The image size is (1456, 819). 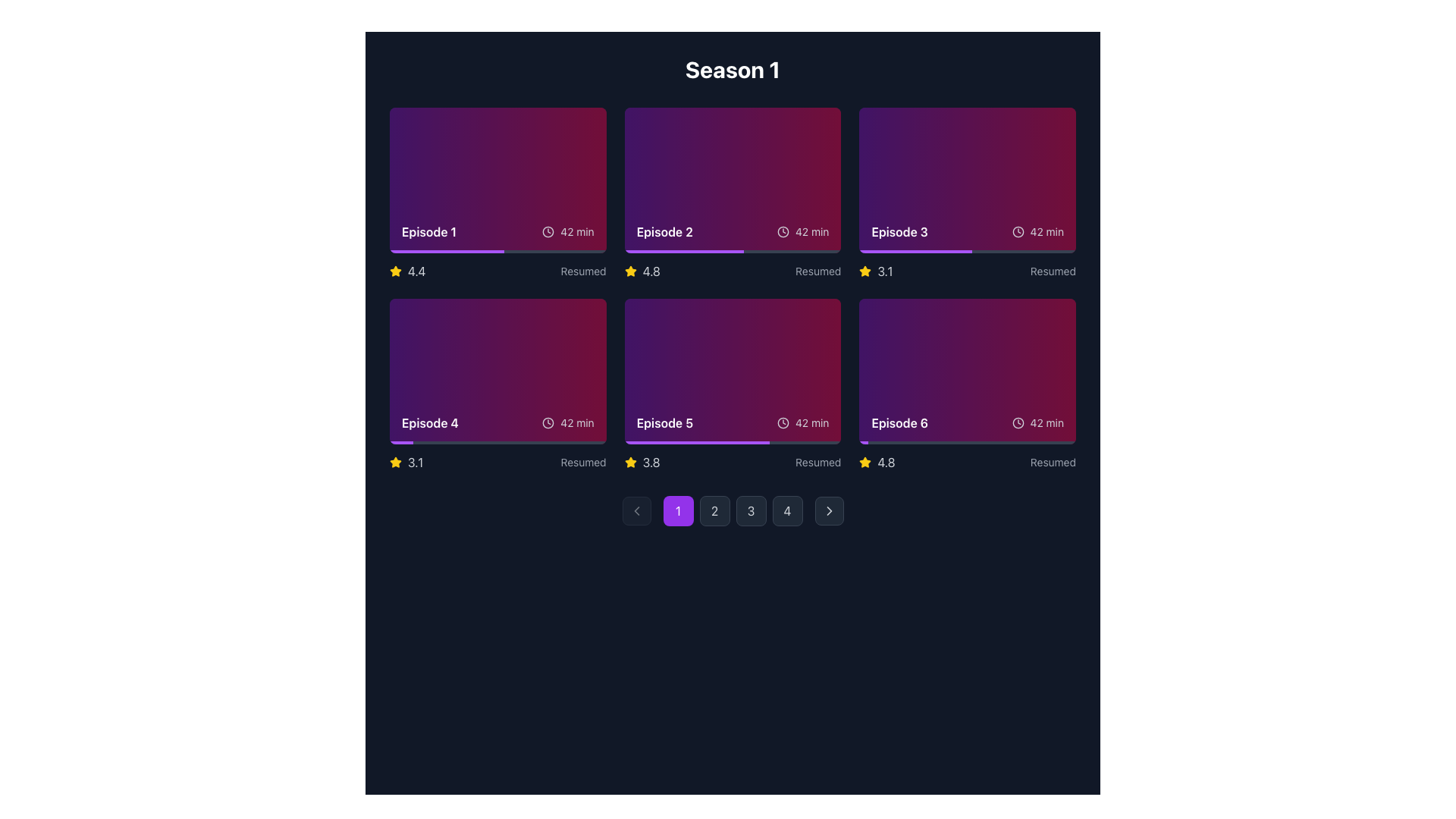 What do you see at coordinates (733, 250) in the screenshot?
I see `the progress bar located underneath the 'Episode 2' content block, which is a thin horizontally oriented bar with a gray background and a filled purple portion indicating progress` at bounding box center [733, 250].